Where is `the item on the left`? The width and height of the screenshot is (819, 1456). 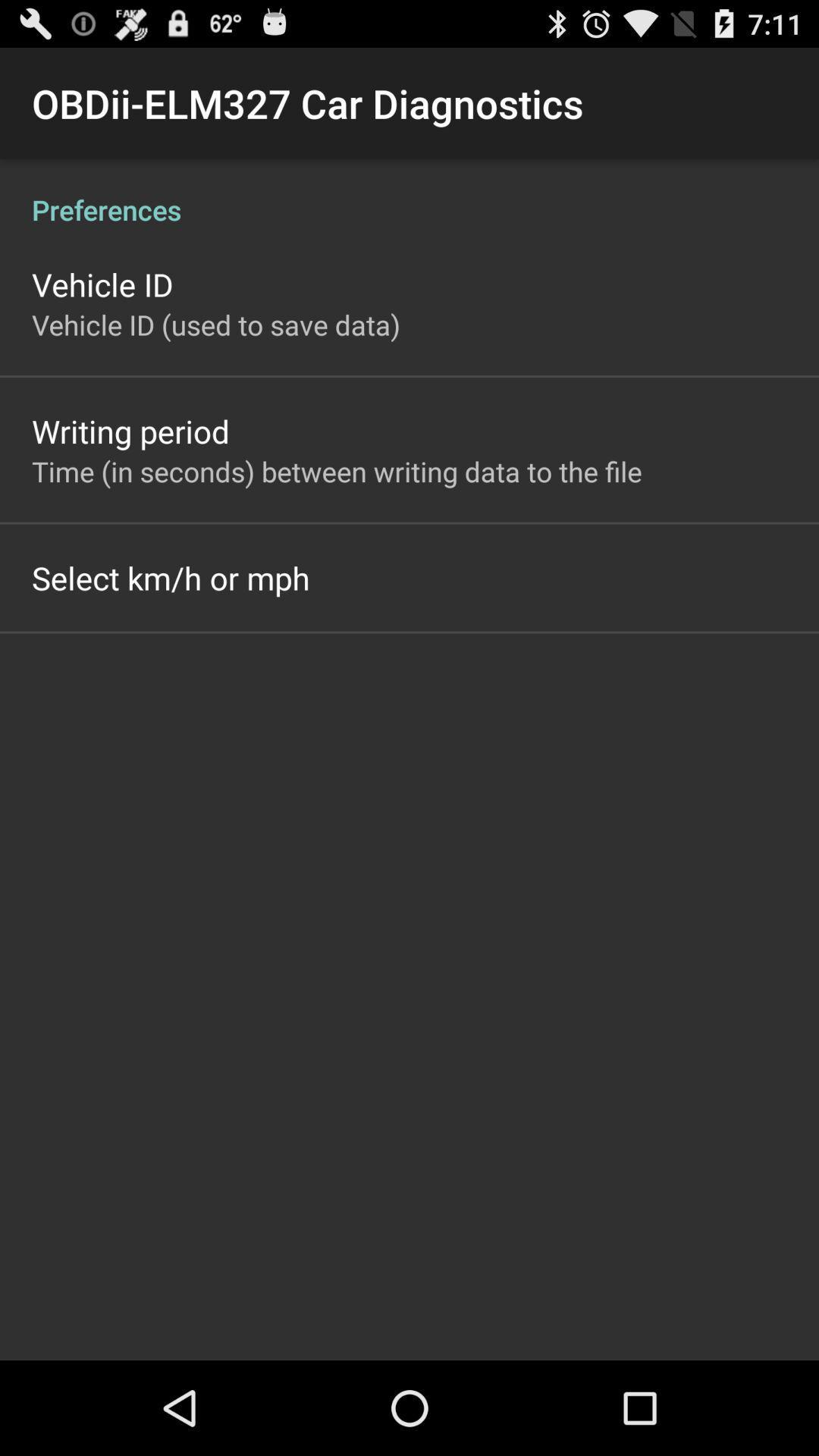 the item on the left is located at coordinates (171, 577).